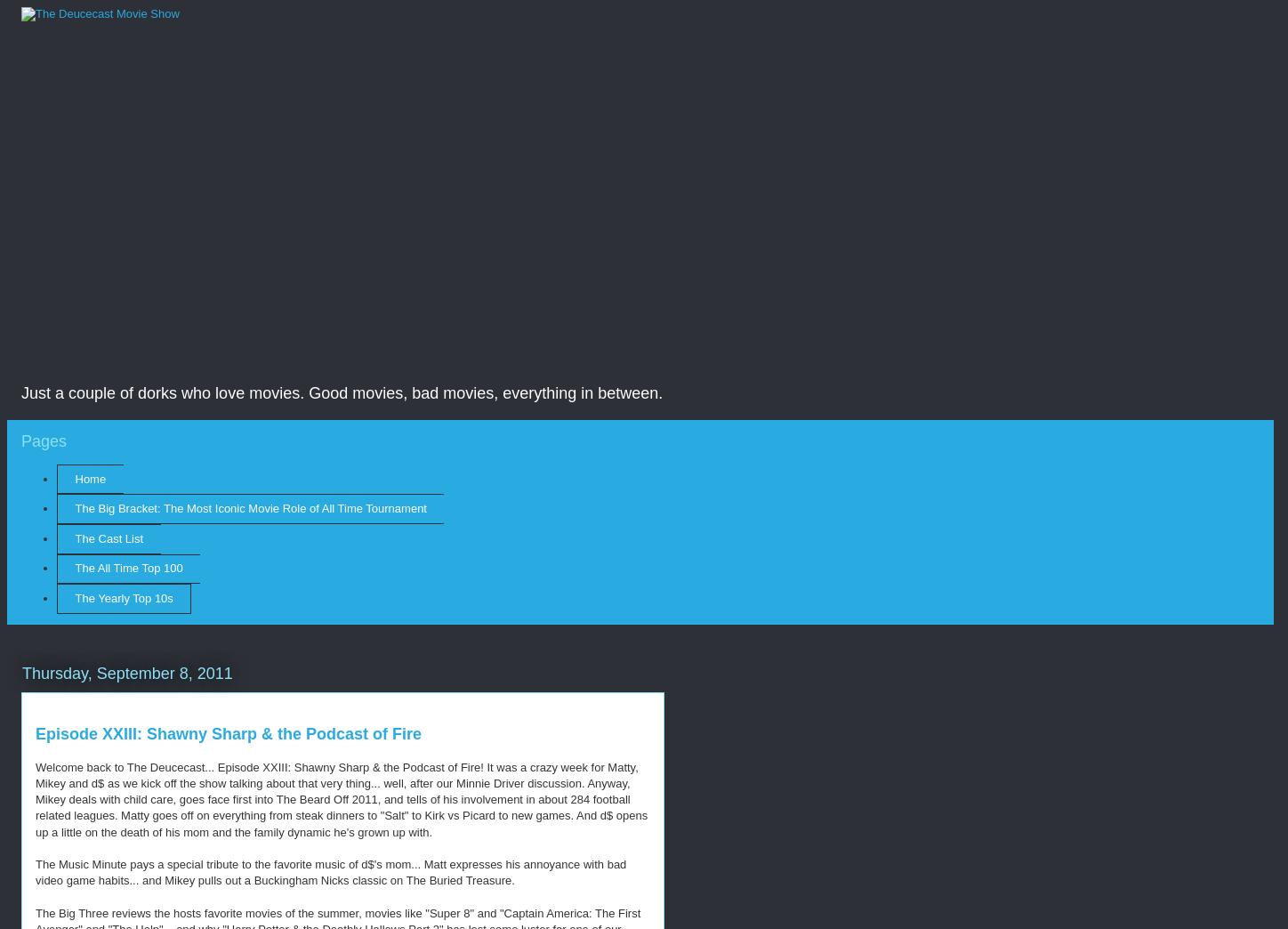 This screenshot has height=929, width=1288. Describe the element at coordinates (21, 440) in the screenshot. I see `'Pages'` at that location.